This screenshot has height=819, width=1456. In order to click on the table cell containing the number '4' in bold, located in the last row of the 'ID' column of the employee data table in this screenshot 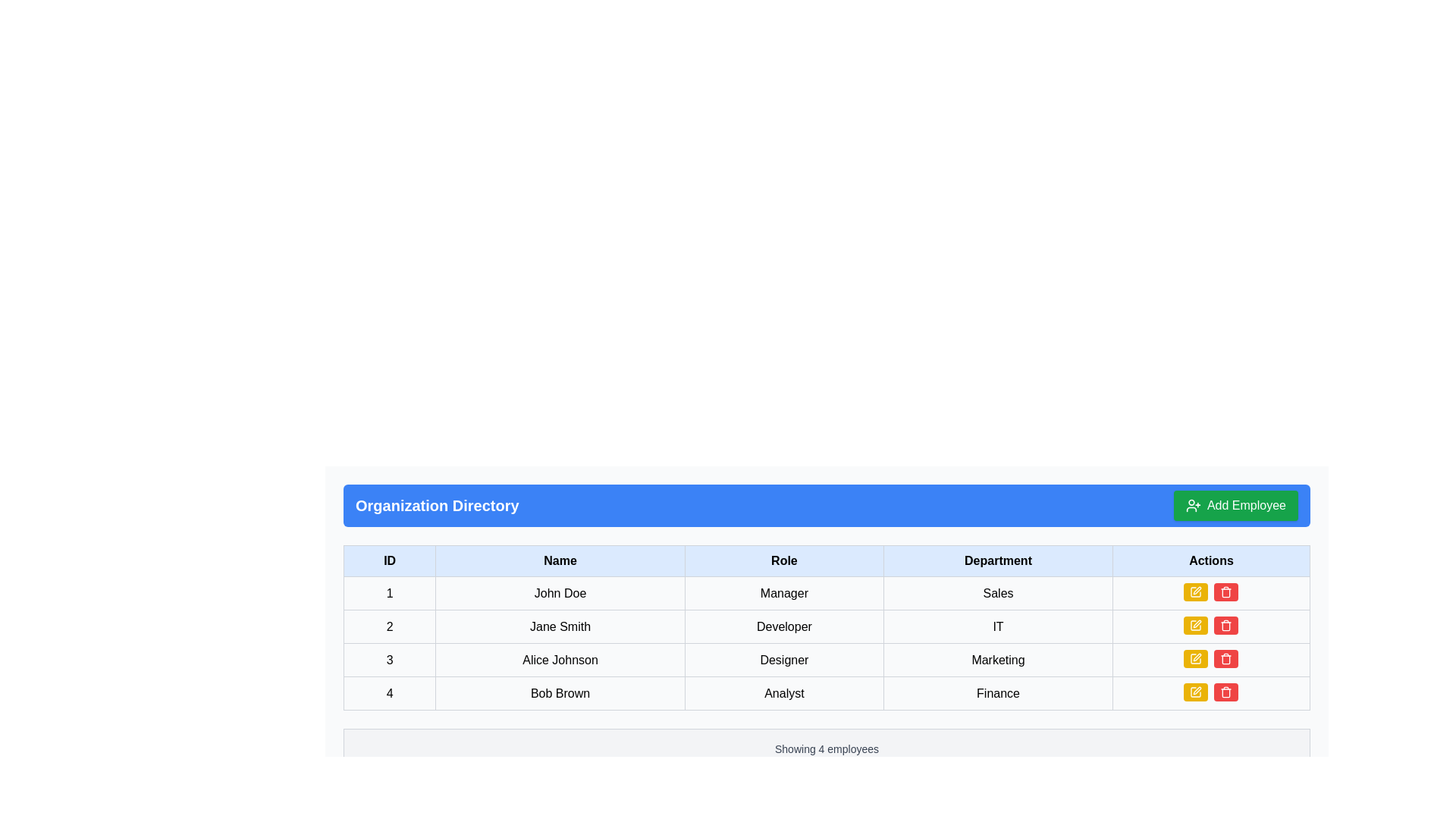, I will do `click(390, 693)`.